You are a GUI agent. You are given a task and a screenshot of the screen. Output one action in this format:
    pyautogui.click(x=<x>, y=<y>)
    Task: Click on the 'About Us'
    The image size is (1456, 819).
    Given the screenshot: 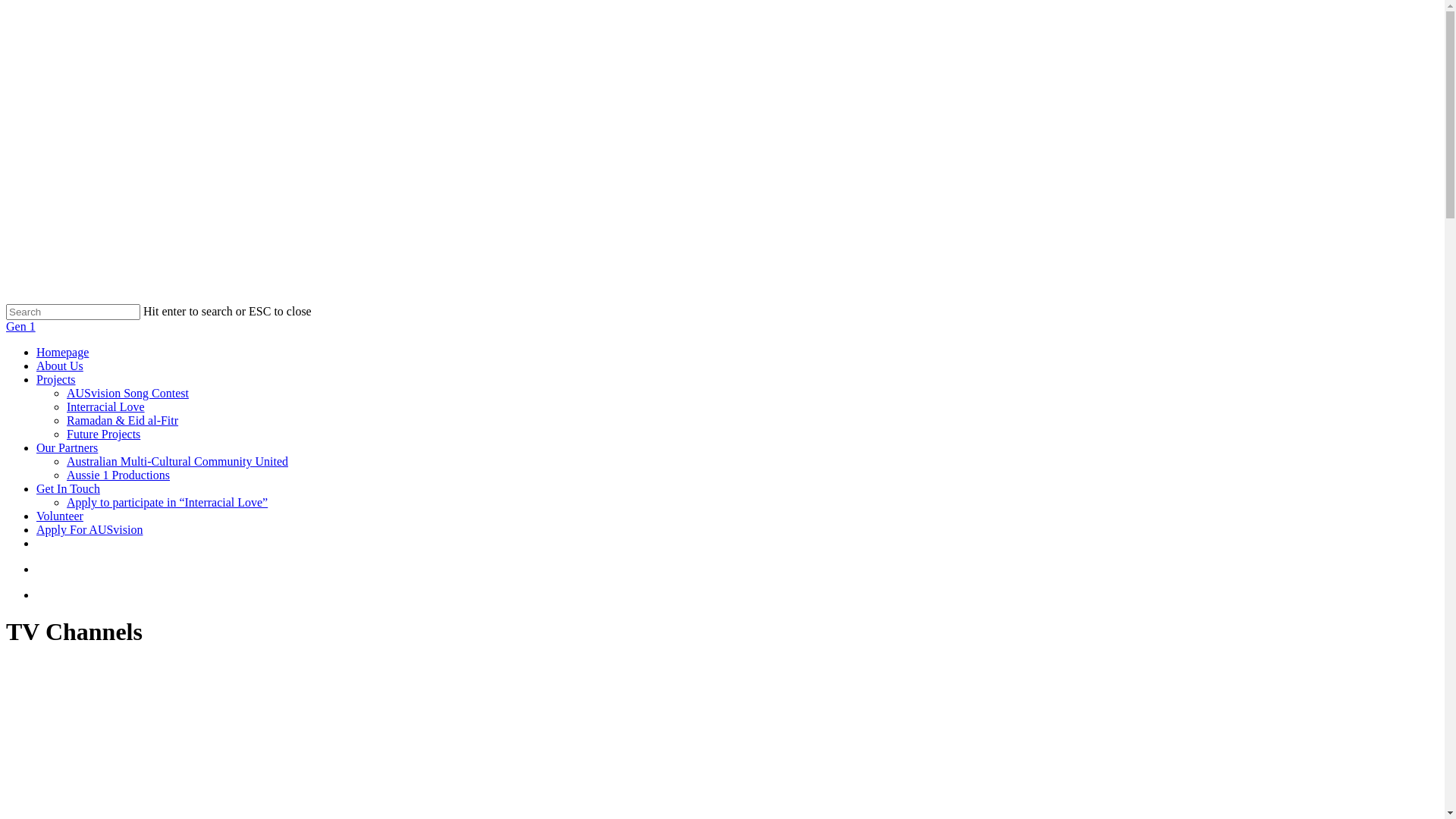 What is the action you would take?
    pyautogui.click(x=59, y=366)
    